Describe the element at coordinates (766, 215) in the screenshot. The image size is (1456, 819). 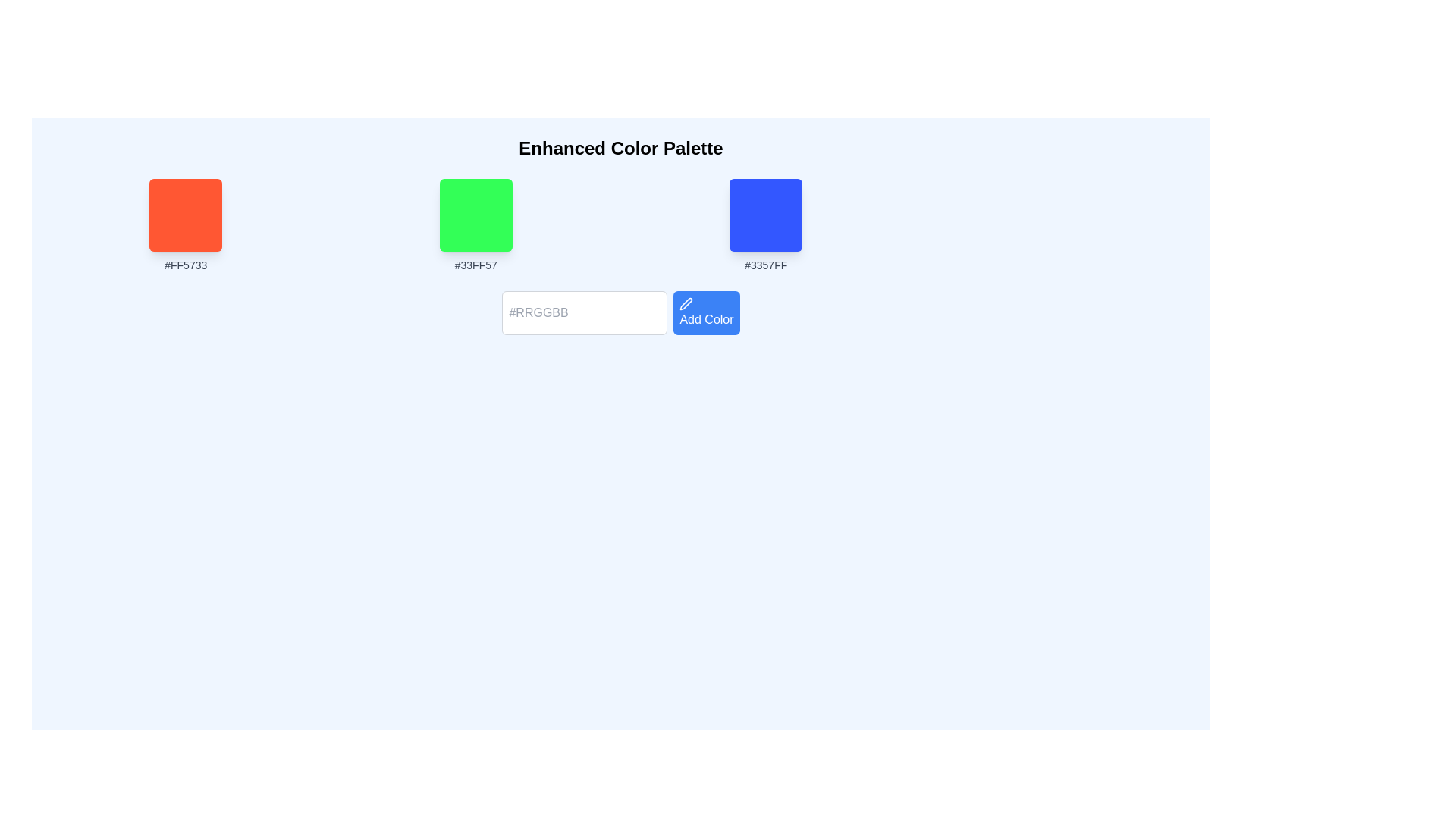
I see `the rightmost blue square in a horizontal row of three color squares in the color palette interface, labeled '#3357FF'` at that location.